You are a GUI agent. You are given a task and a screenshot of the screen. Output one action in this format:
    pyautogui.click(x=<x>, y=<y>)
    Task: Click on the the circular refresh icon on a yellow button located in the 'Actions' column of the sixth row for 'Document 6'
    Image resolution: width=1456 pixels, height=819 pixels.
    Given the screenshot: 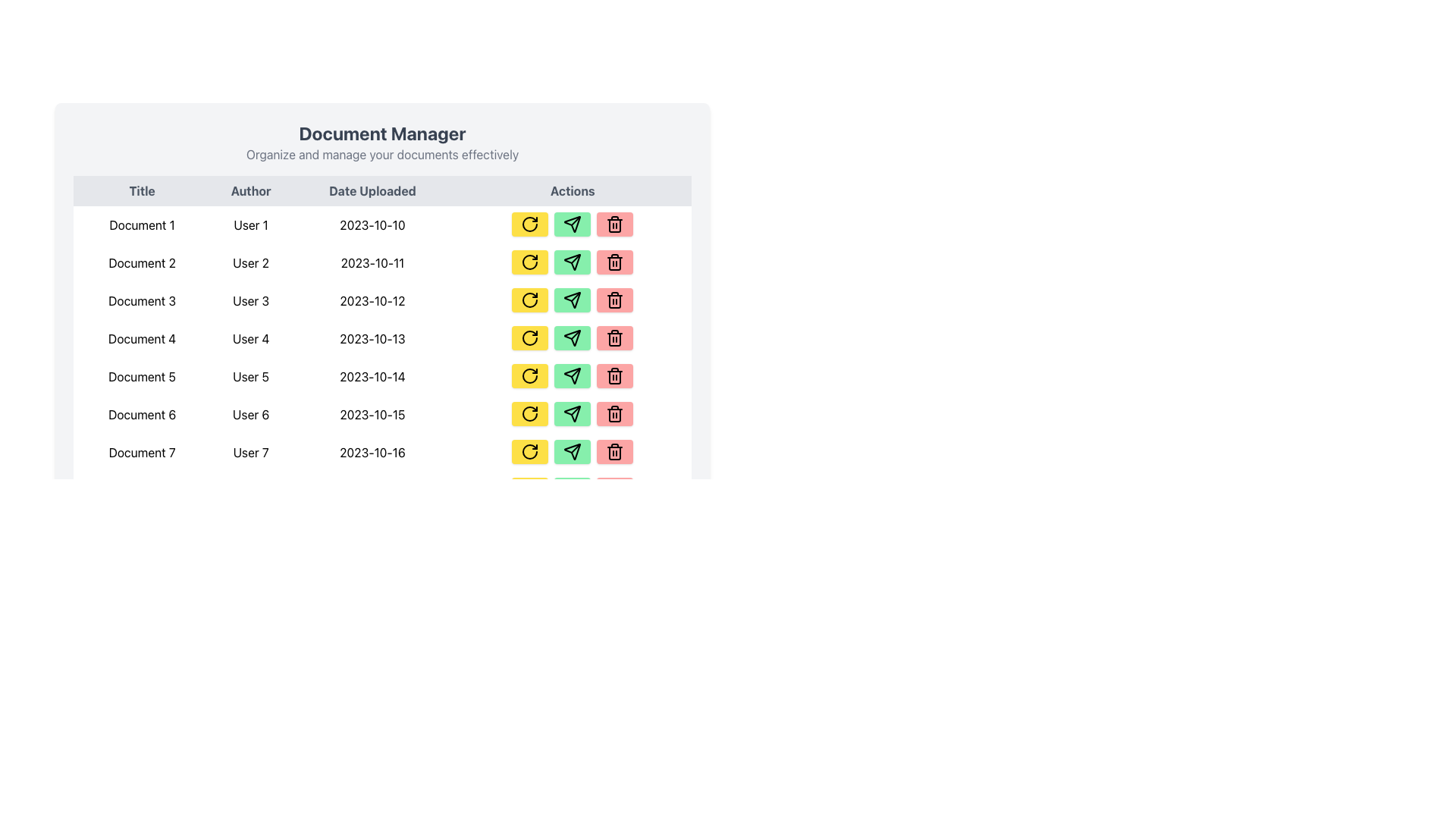 What is the action you would take?
    pyautogui.click(x=530, y=414)
    